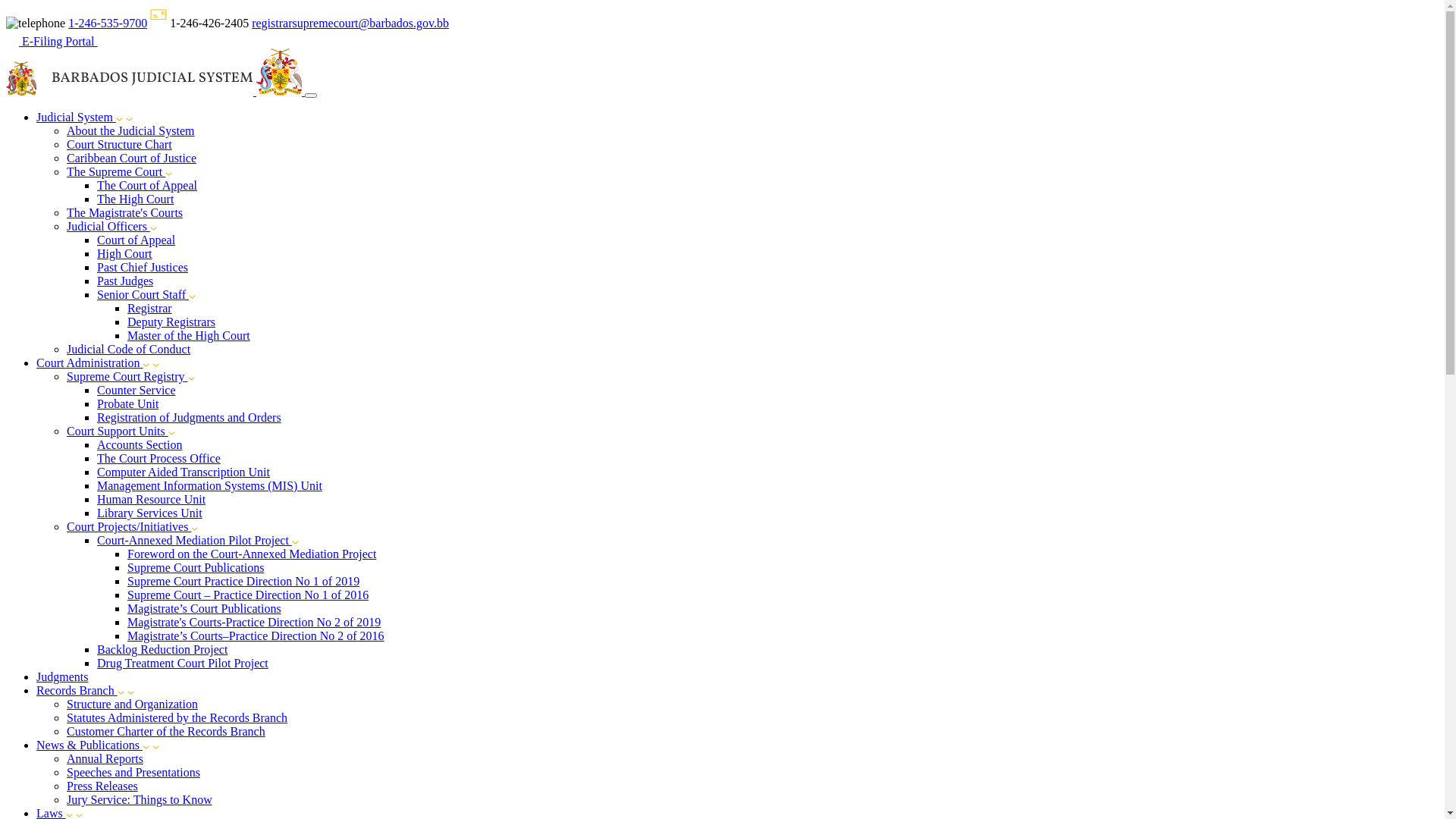 The image size is (1456, 819). I want to click on 'Judicial System', so click(36, 116).